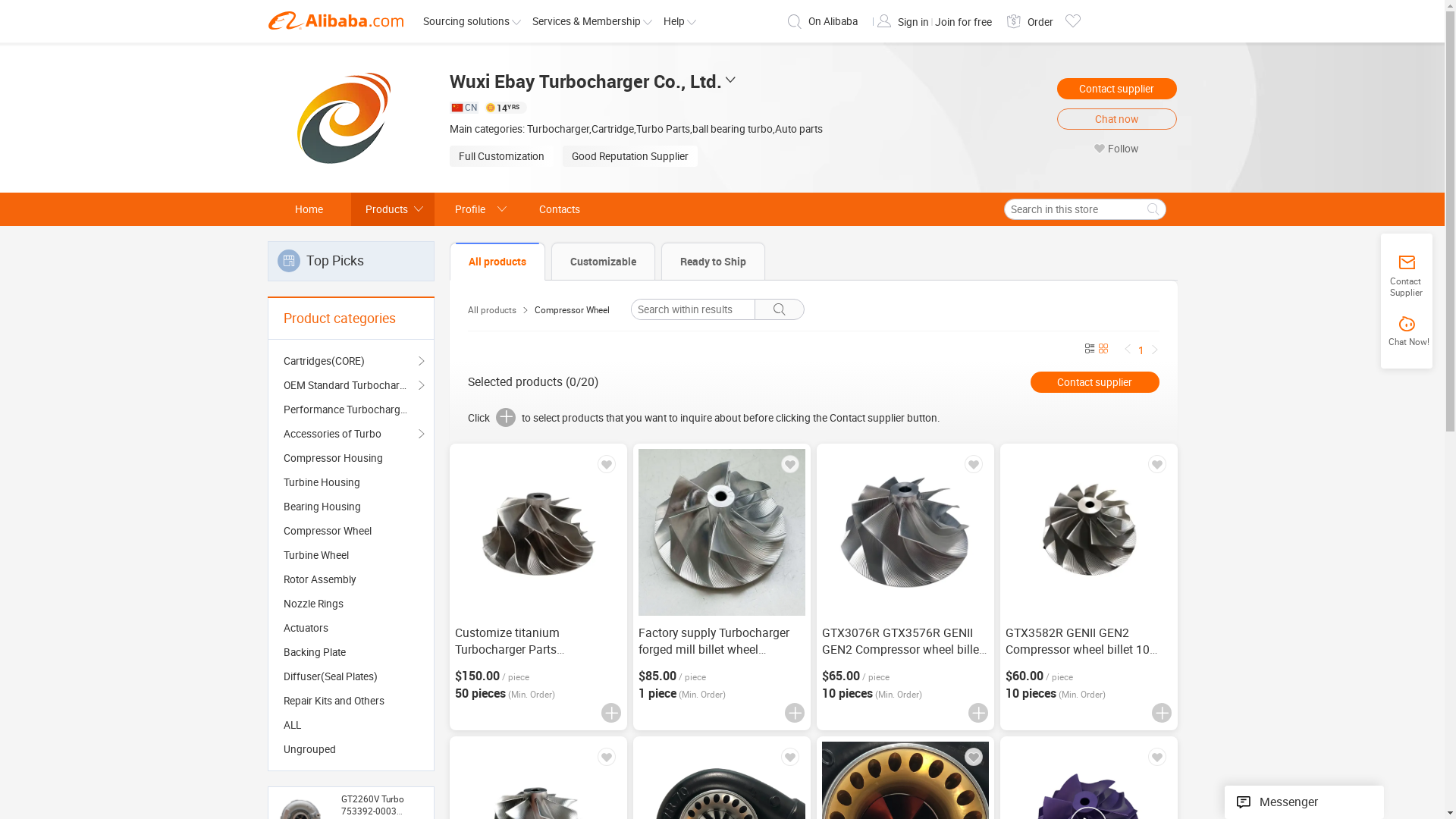  Describe the element at coordinates (350, 651) in the screenshot. I see `'Backing Plate'` at that location.